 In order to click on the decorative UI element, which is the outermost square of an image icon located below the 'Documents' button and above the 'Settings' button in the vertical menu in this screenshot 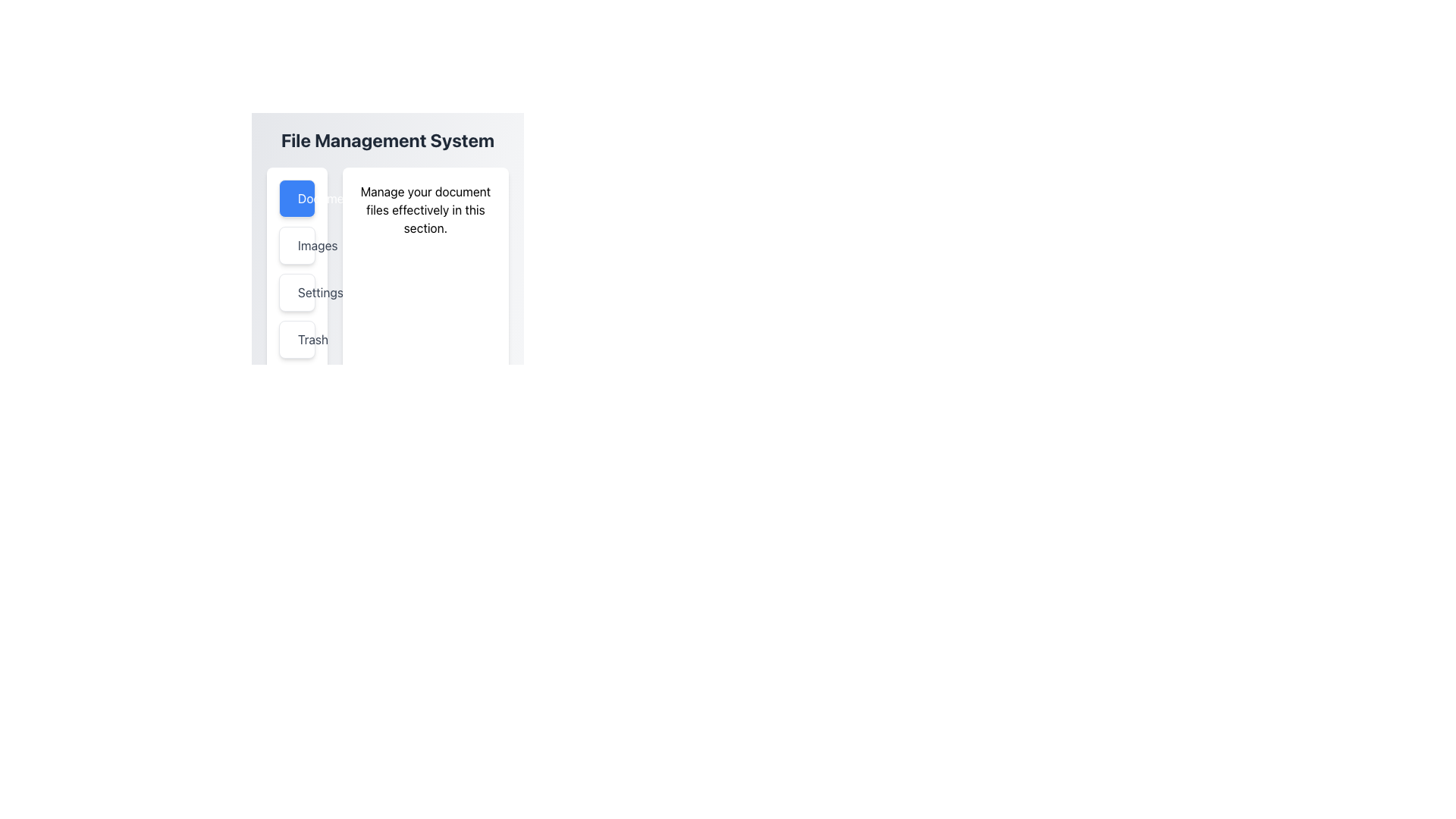, I will do `click(298, 245)`.